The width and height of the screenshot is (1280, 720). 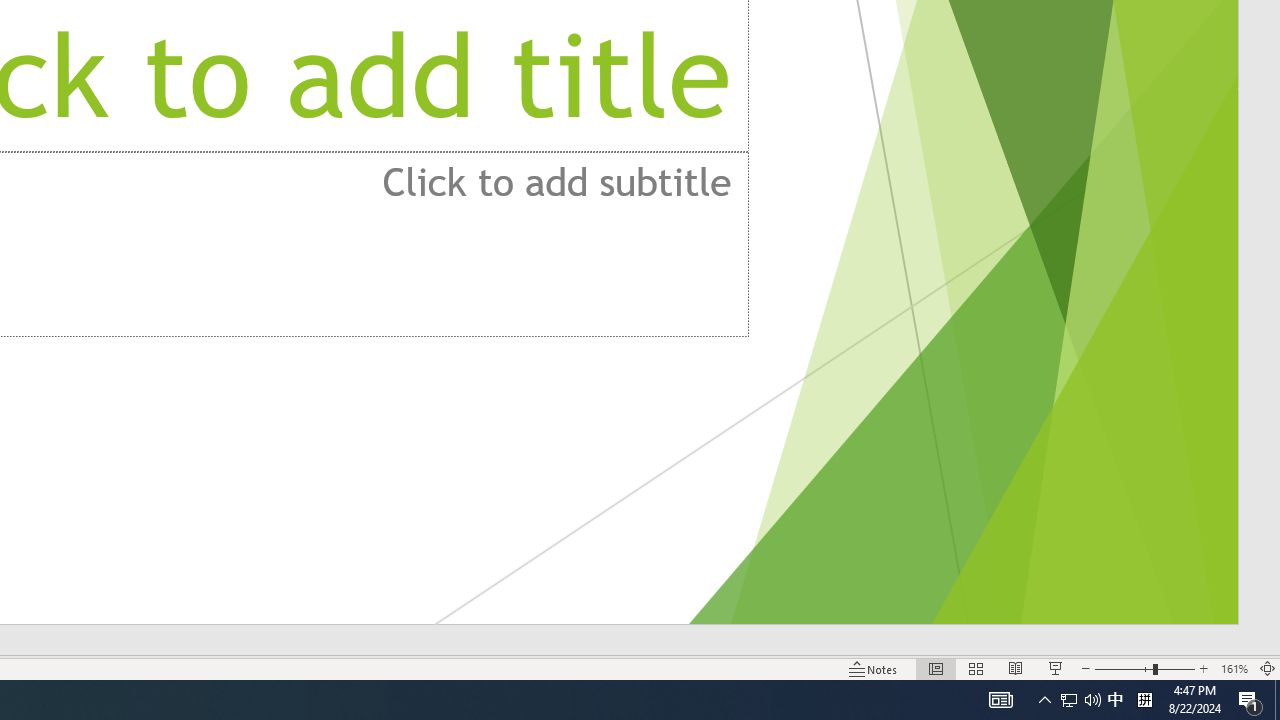 I want to click on 'Notes ', so click(x=874, y=669).